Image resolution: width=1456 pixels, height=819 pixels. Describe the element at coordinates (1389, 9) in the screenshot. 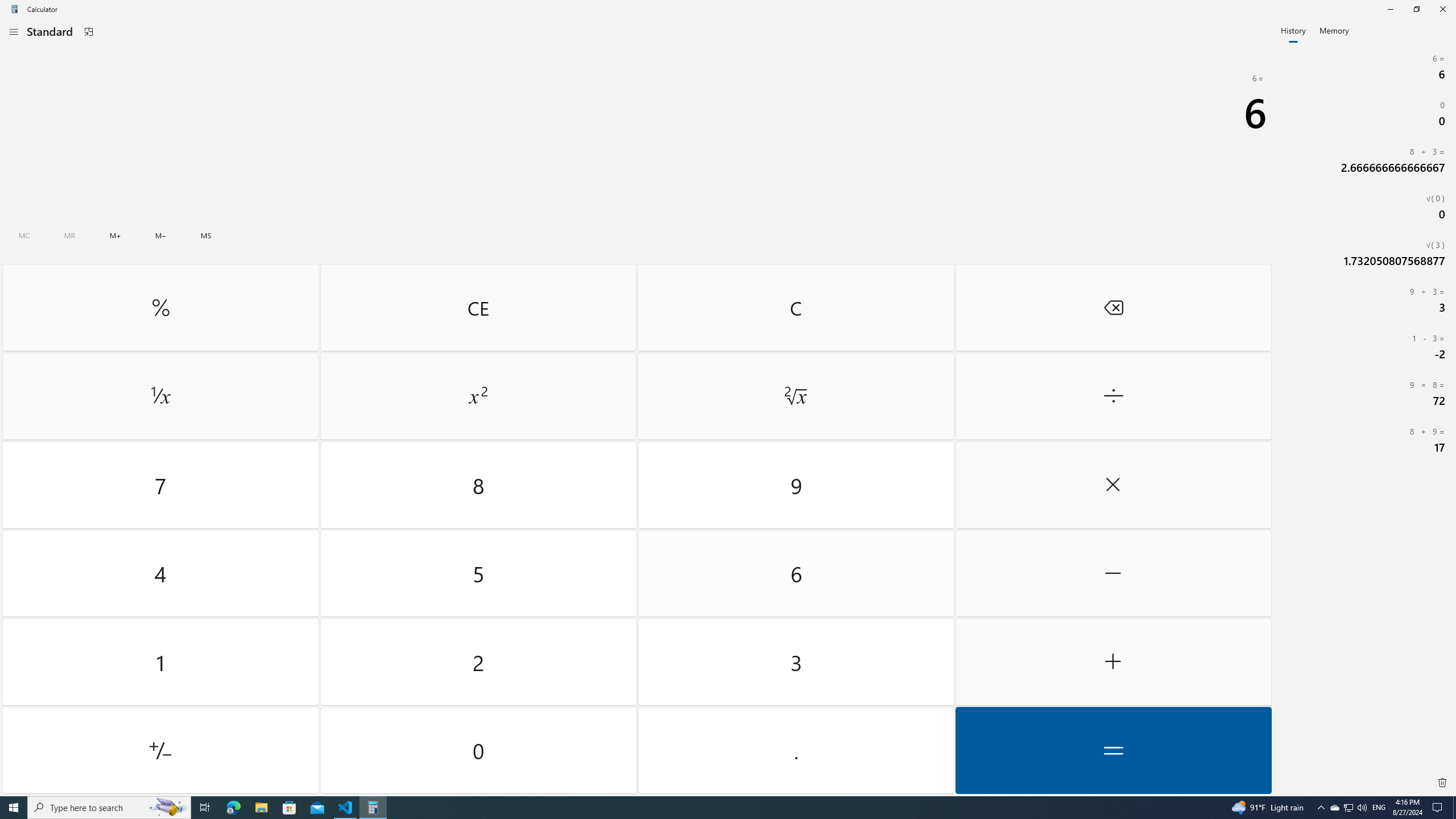

I see `'Minimize Calculator'` at that location.